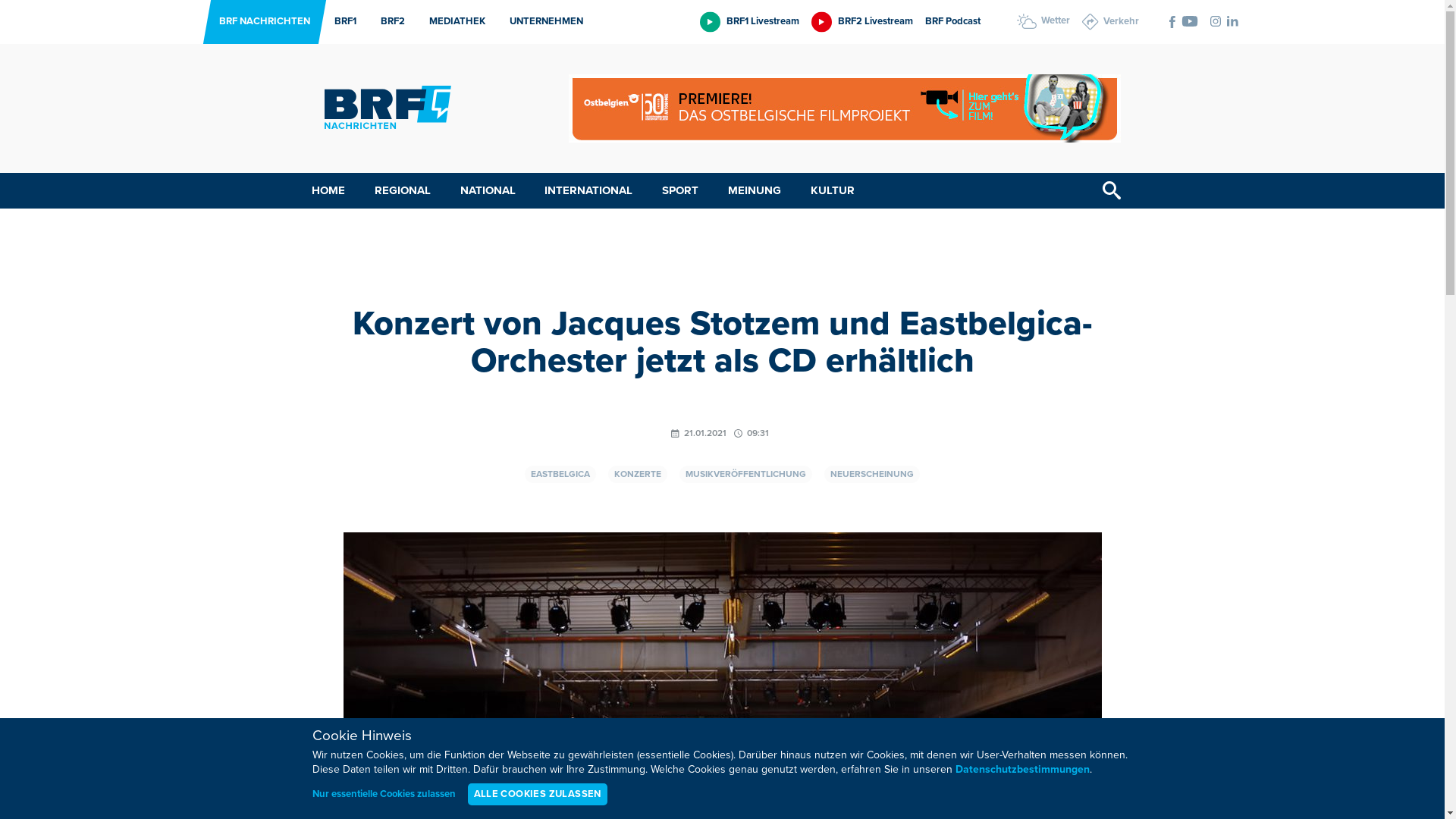 The height and width of the screenshot is (819, 1456). I want to click on 'BRF Podcast', so click(952, 22).